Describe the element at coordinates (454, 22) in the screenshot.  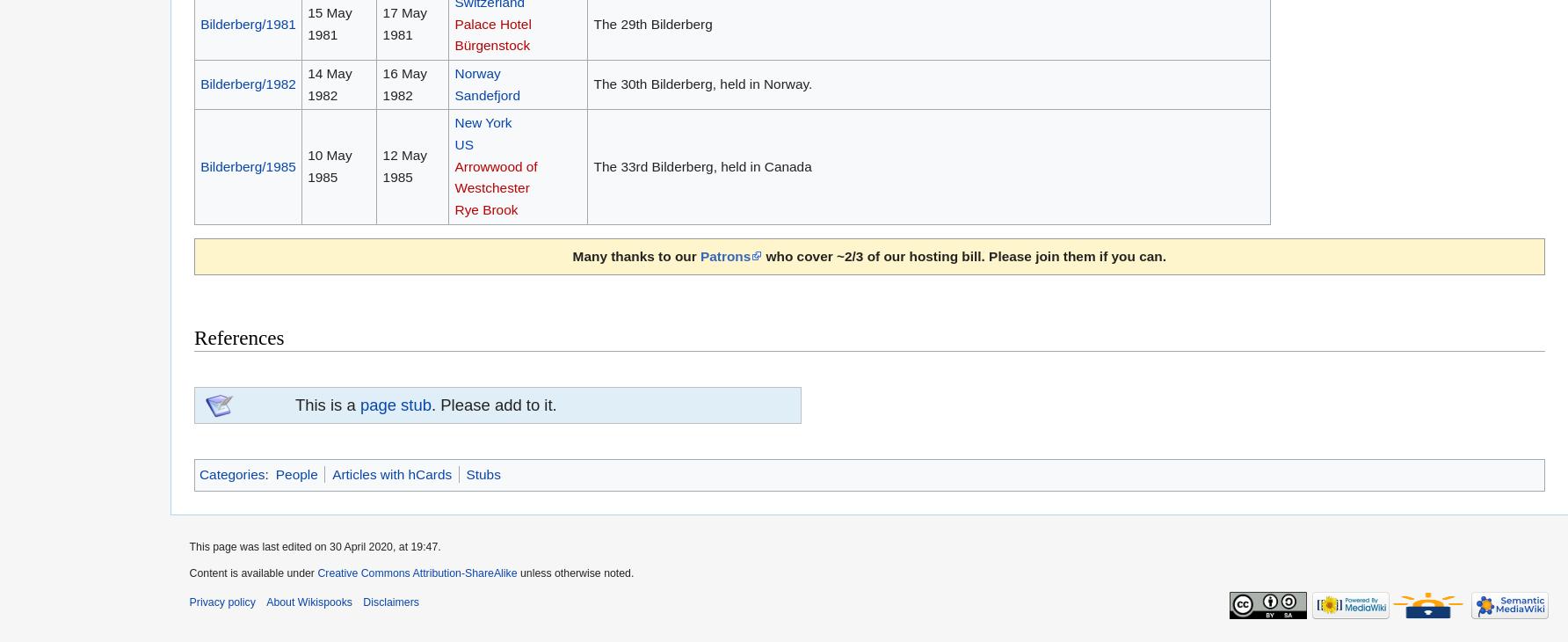
I see `'Palace Hotel'` at that location.